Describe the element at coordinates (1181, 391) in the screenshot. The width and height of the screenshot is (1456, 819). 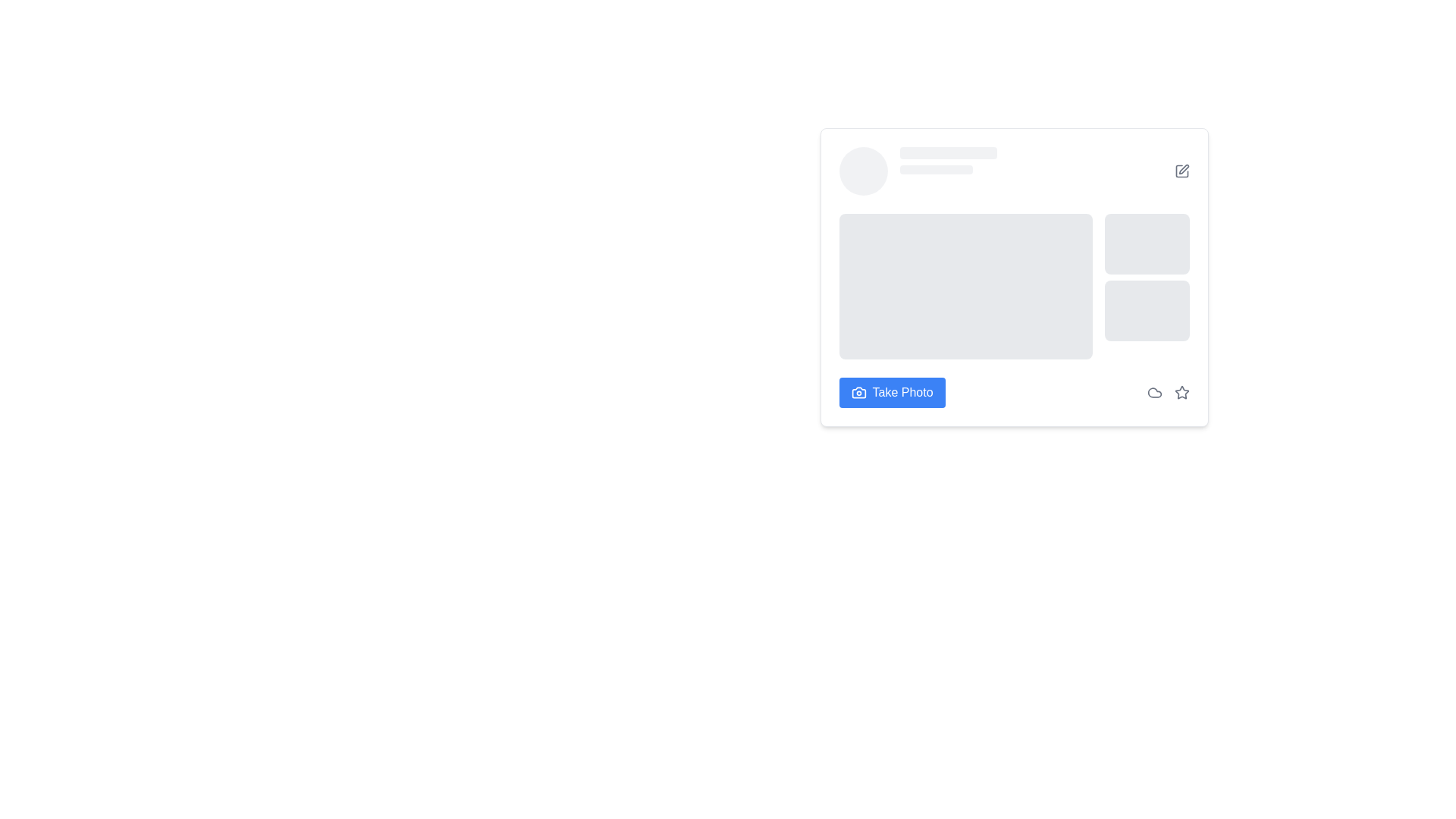
I see `the star button, which is a gray-filled five-point star icon located at the bottom-right corner of the interface` at that location.